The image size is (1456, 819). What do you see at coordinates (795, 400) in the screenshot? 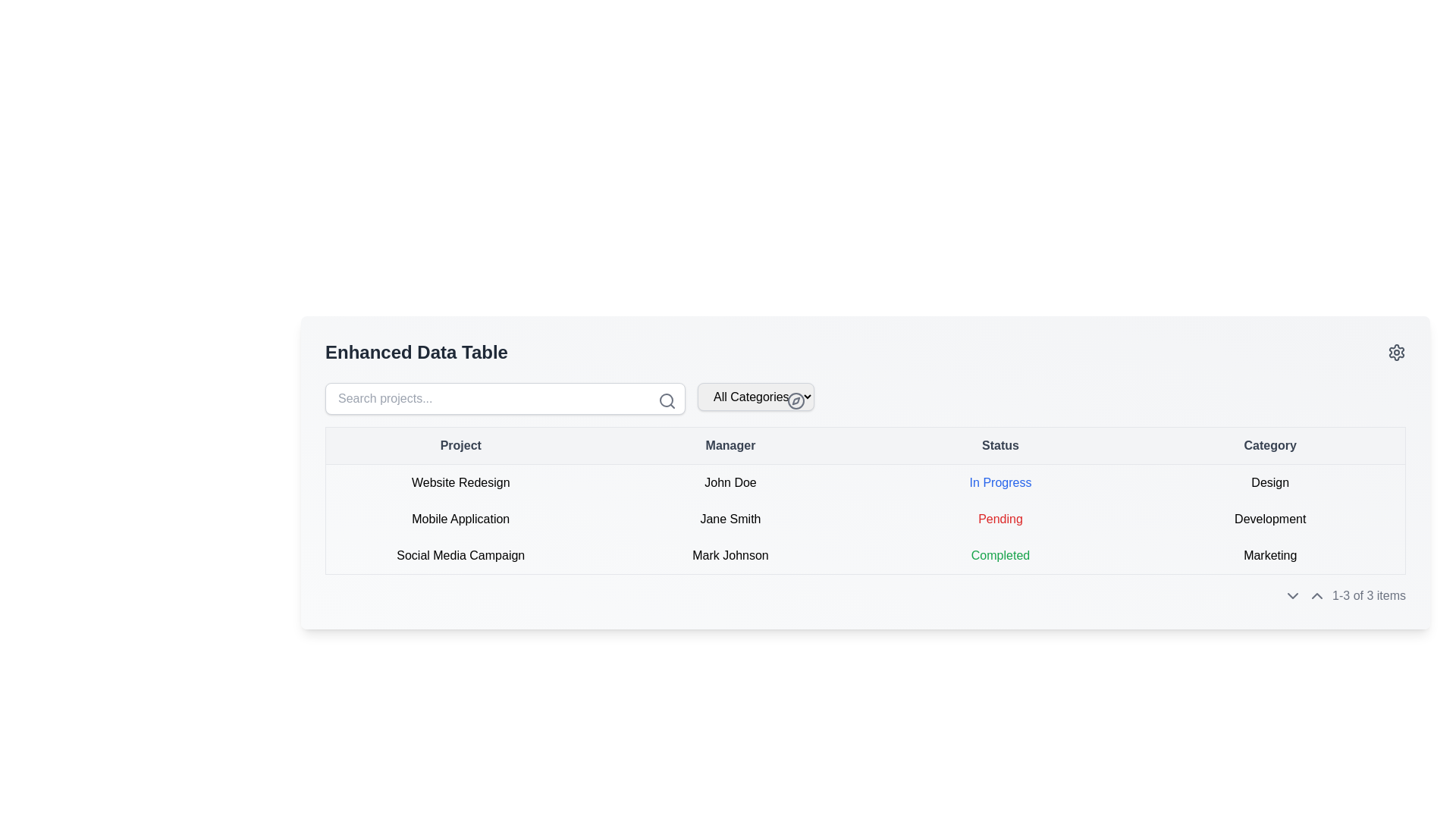
I see `the outermost circular SVG graphic element within the compass icon located in the top-right corner of the UI, embedded in the 'Enhanced Data Table' header area` at bounding box center [795, 400].